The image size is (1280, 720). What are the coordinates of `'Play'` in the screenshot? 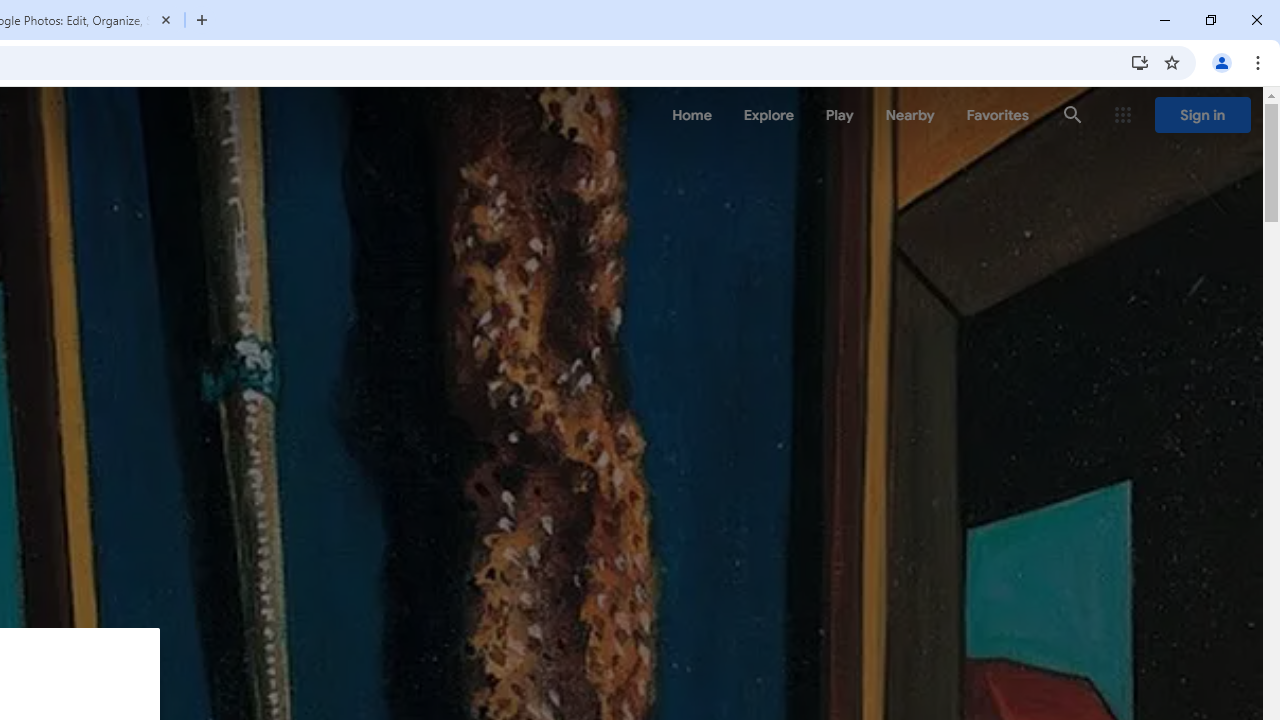 It's located at (840, 115).